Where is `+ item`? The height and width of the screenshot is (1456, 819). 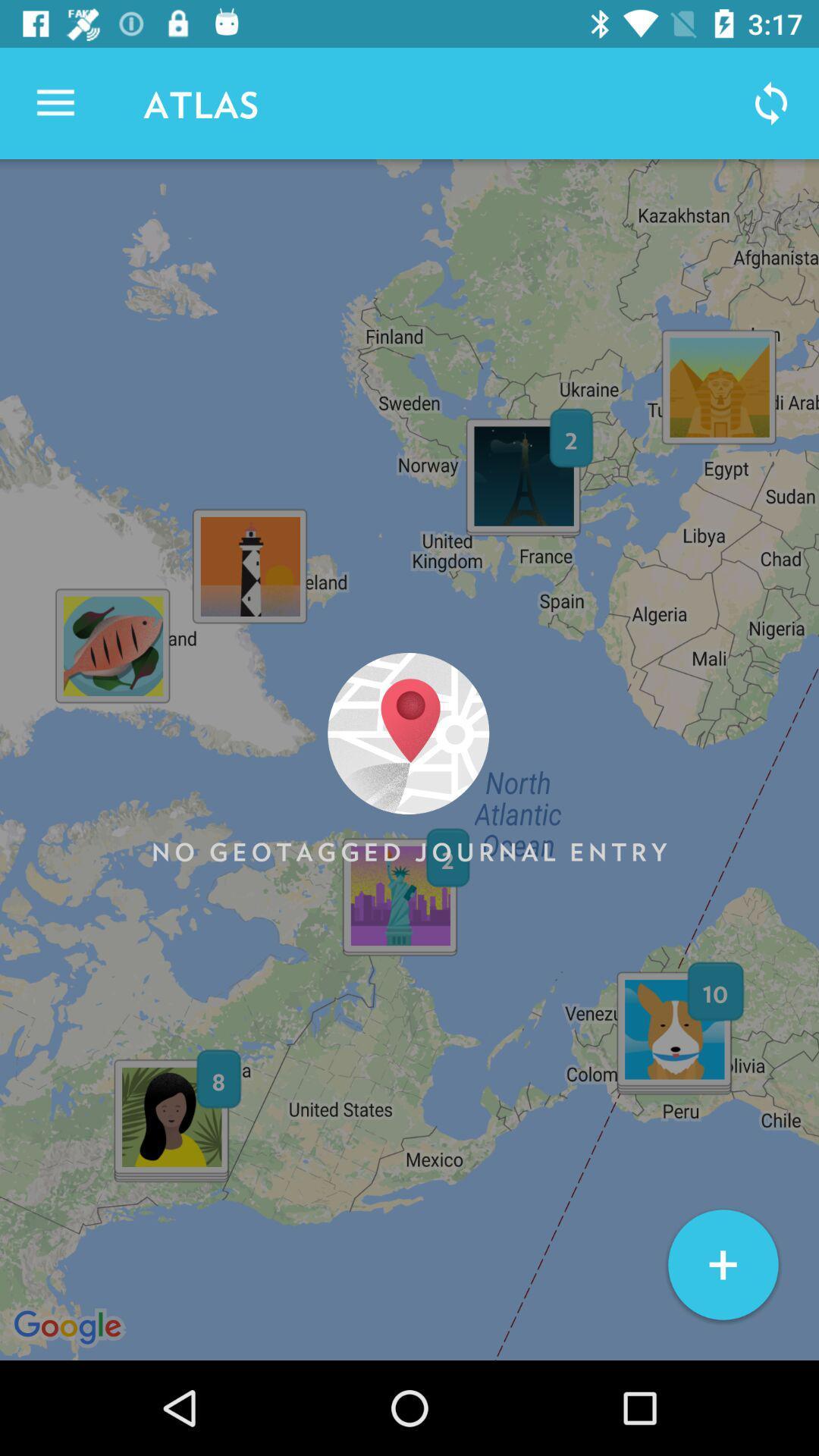 + item is located at coordinates (722, 1265).